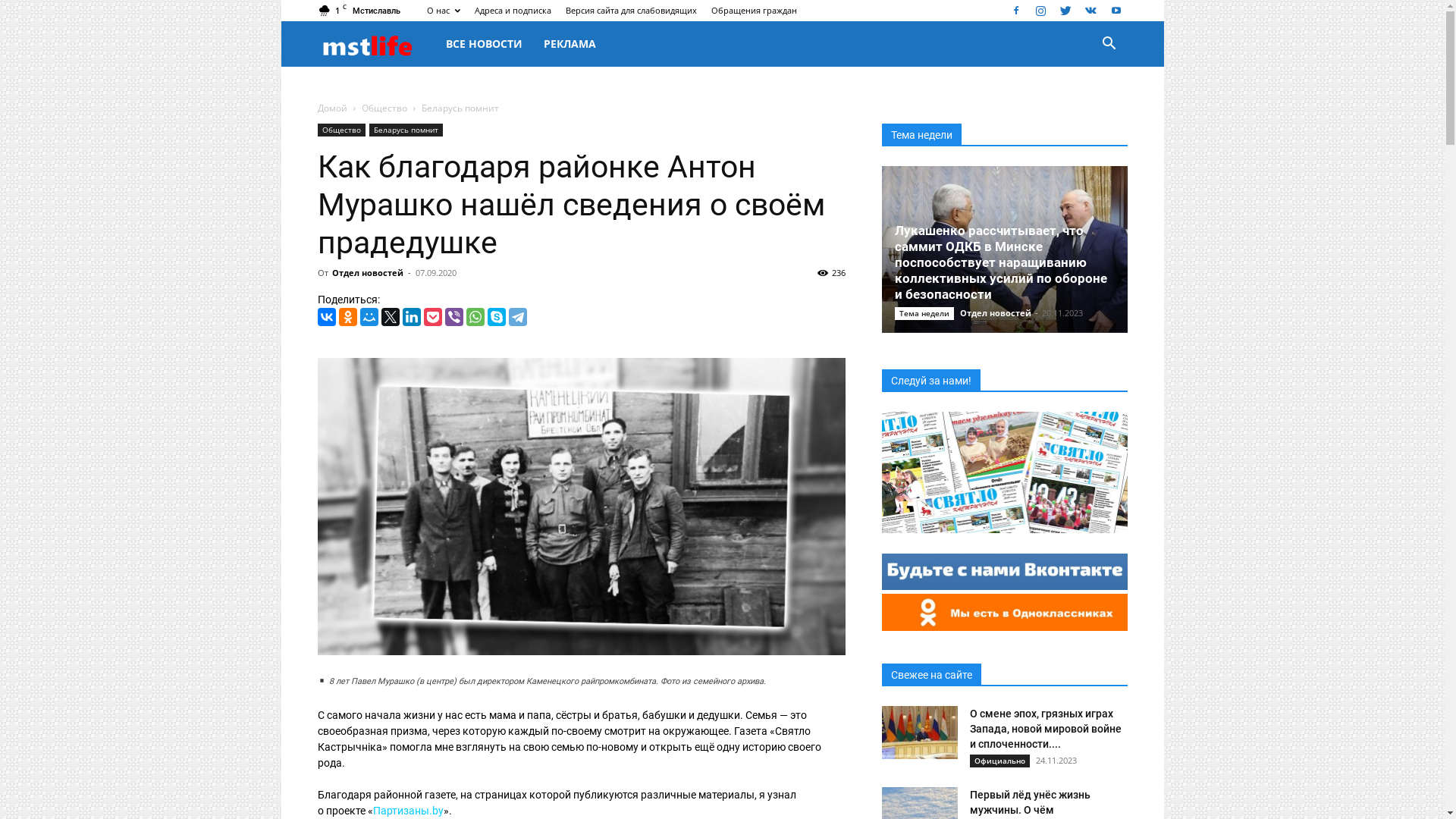  Describe the element at coordinates (411, 315) in the screenshot. I see `'LinkedIn'` at that location.